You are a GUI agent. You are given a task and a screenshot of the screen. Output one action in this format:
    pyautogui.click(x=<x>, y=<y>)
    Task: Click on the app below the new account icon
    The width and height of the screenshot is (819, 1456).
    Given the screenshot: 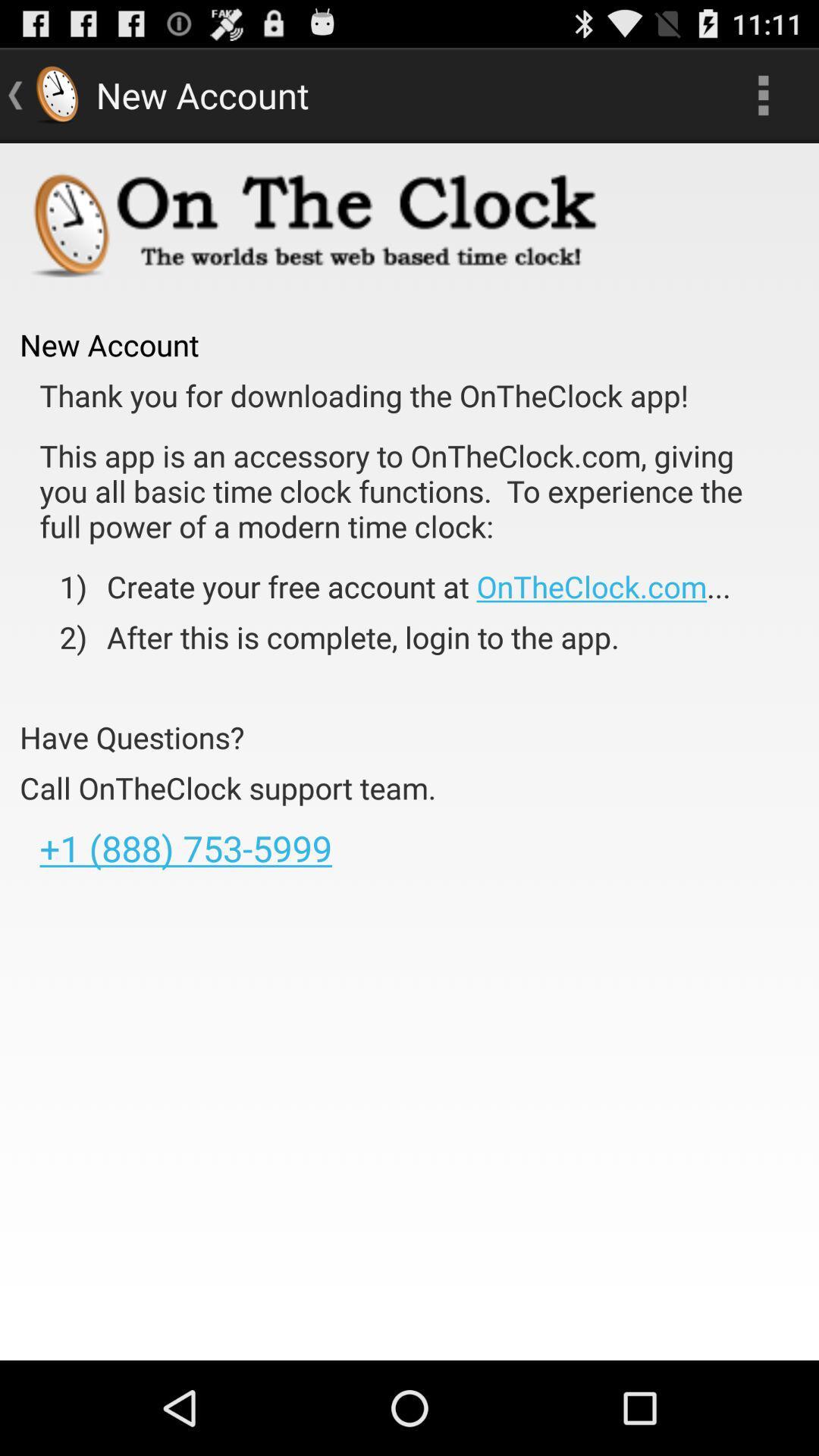 What is the action you would take?
    pyautogui.click(x=364, y=395)
    